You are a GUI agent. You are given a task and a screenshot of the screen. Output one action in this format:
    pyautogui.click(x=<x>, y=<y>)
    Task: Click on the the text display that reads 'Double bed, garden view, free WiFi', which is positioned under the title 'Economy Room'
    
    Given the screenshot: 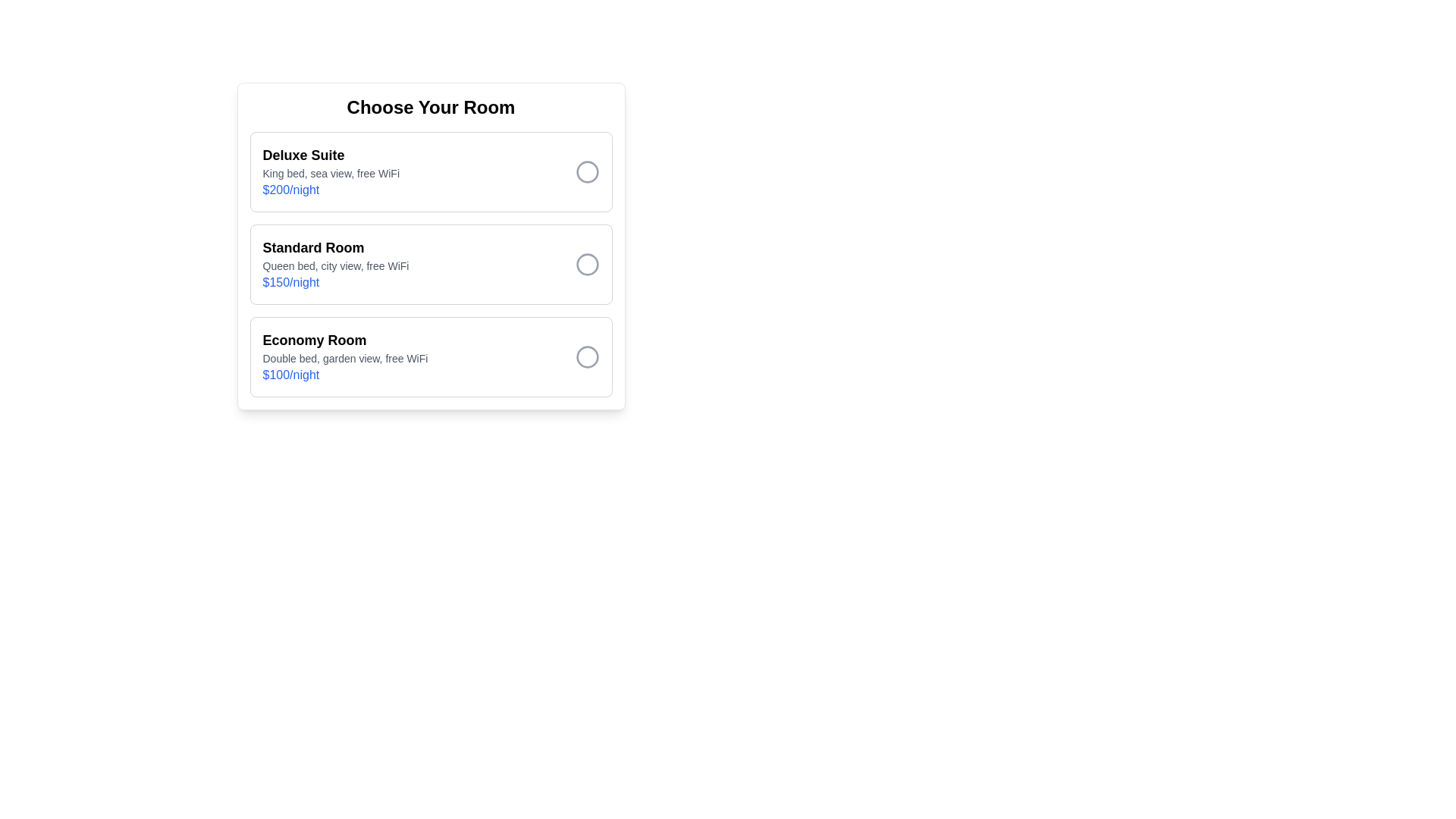 What is the action you would take?
    pyautogui.click(x=344, y=359)
    